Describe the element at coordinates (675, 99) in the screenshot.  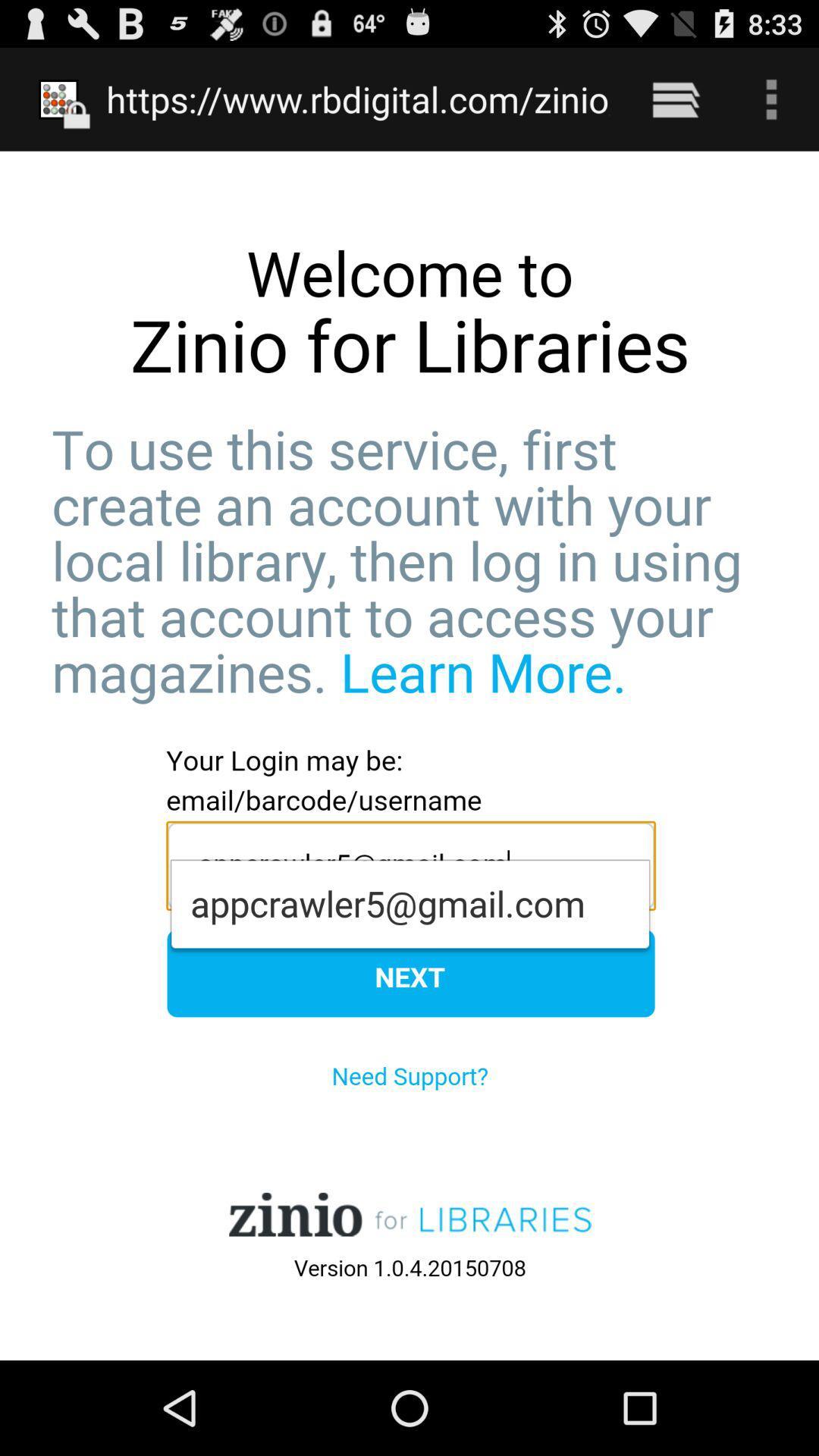
I see `item next to the https www rbdigital item` at that location.